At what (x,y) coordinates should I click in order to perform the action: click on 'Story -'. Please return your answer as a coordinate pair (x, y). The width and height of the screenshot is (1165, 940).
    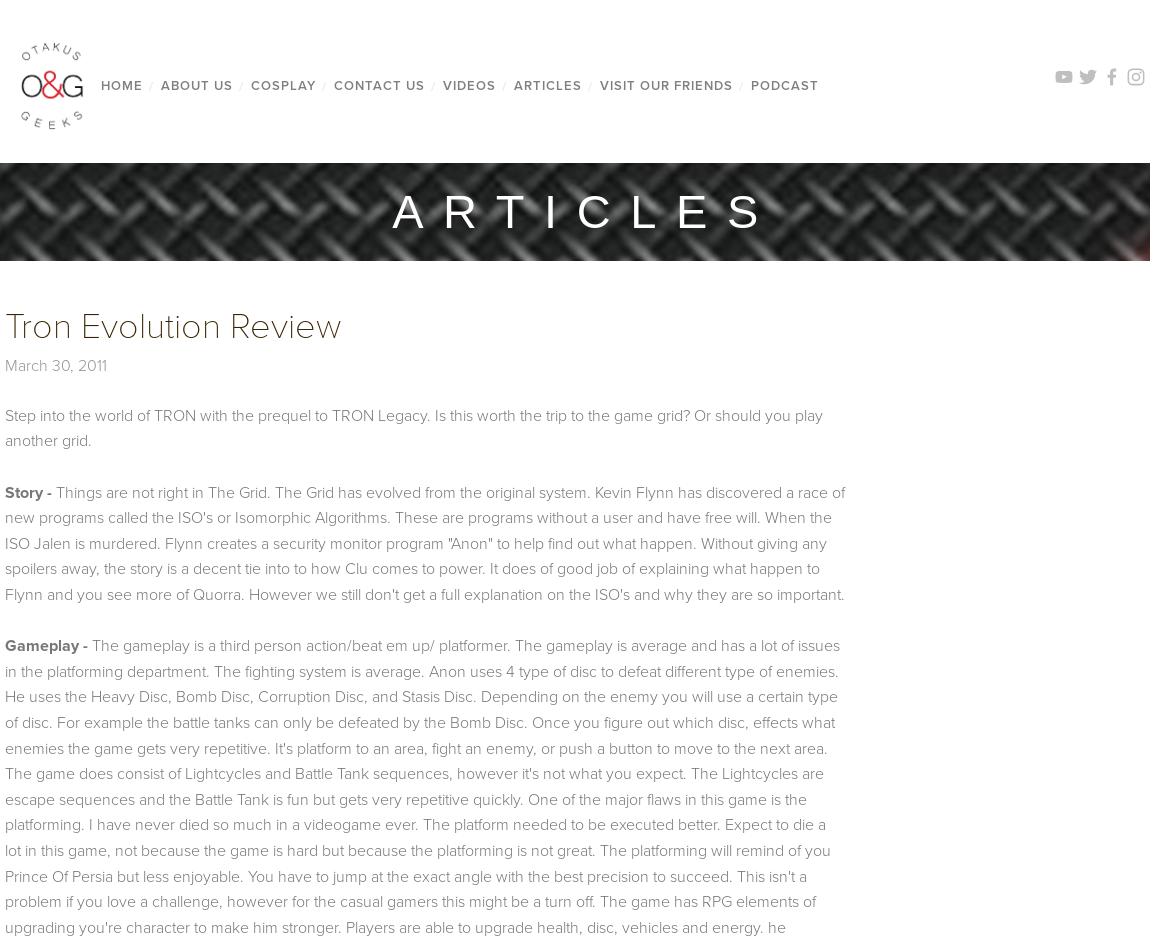
    Looking at the image, I should click on (5, 491).